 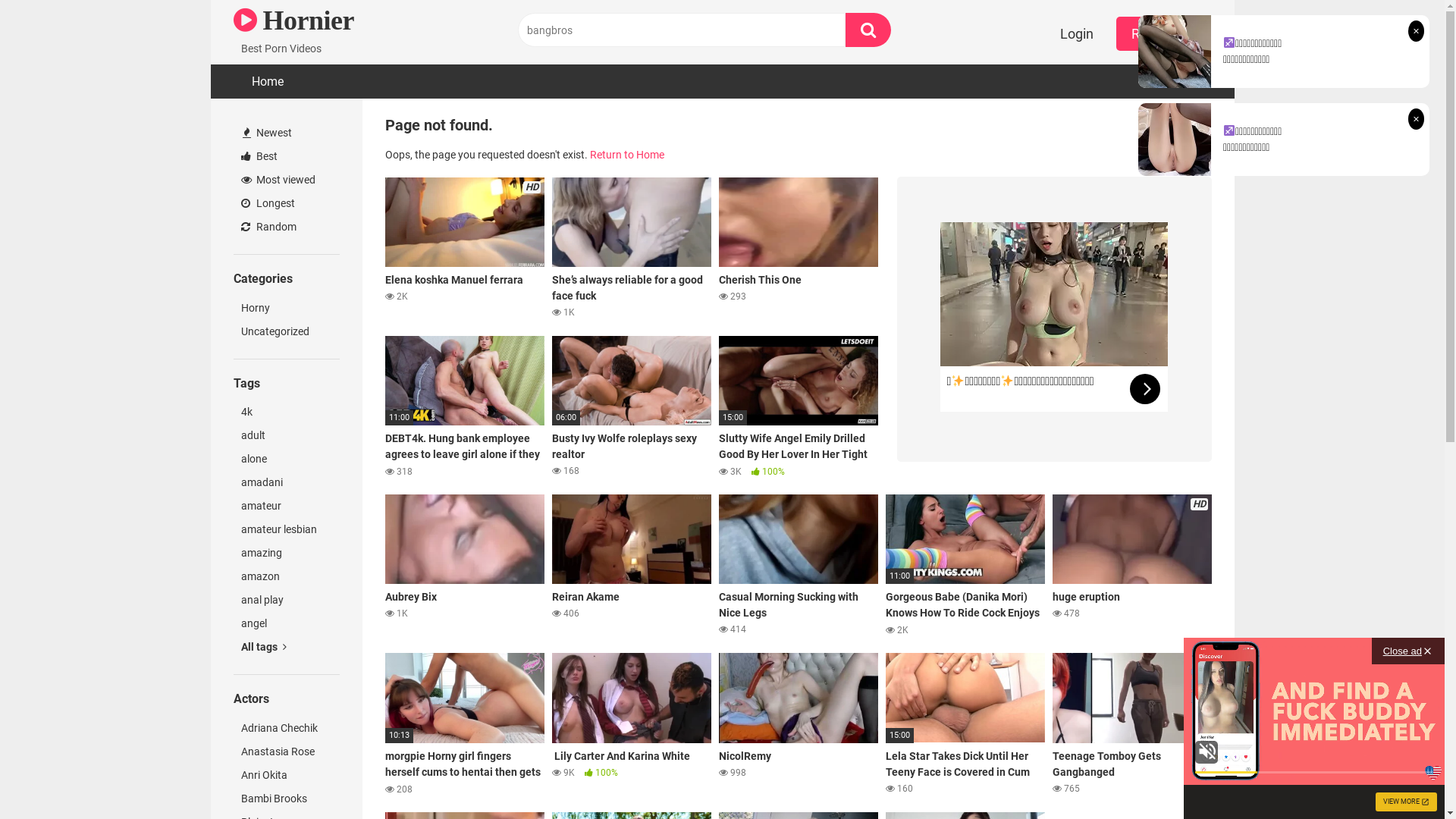 What do you see at coordinates (232, 458) in the screenshot?
I see `'alone'` at bounding box center [232, 458].